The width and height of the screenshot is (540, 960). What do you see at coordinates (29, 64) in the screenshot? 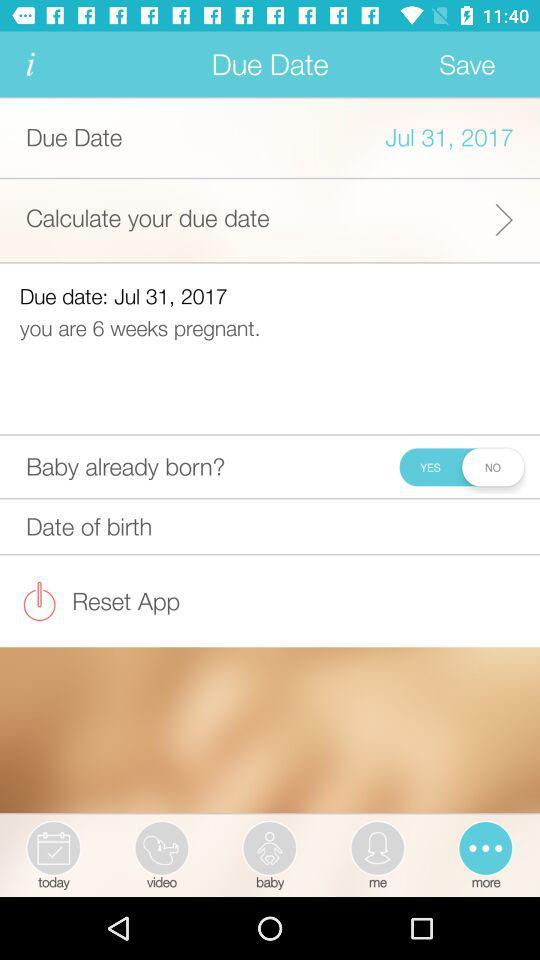
I see `more information` at bounding box center [29, 64].